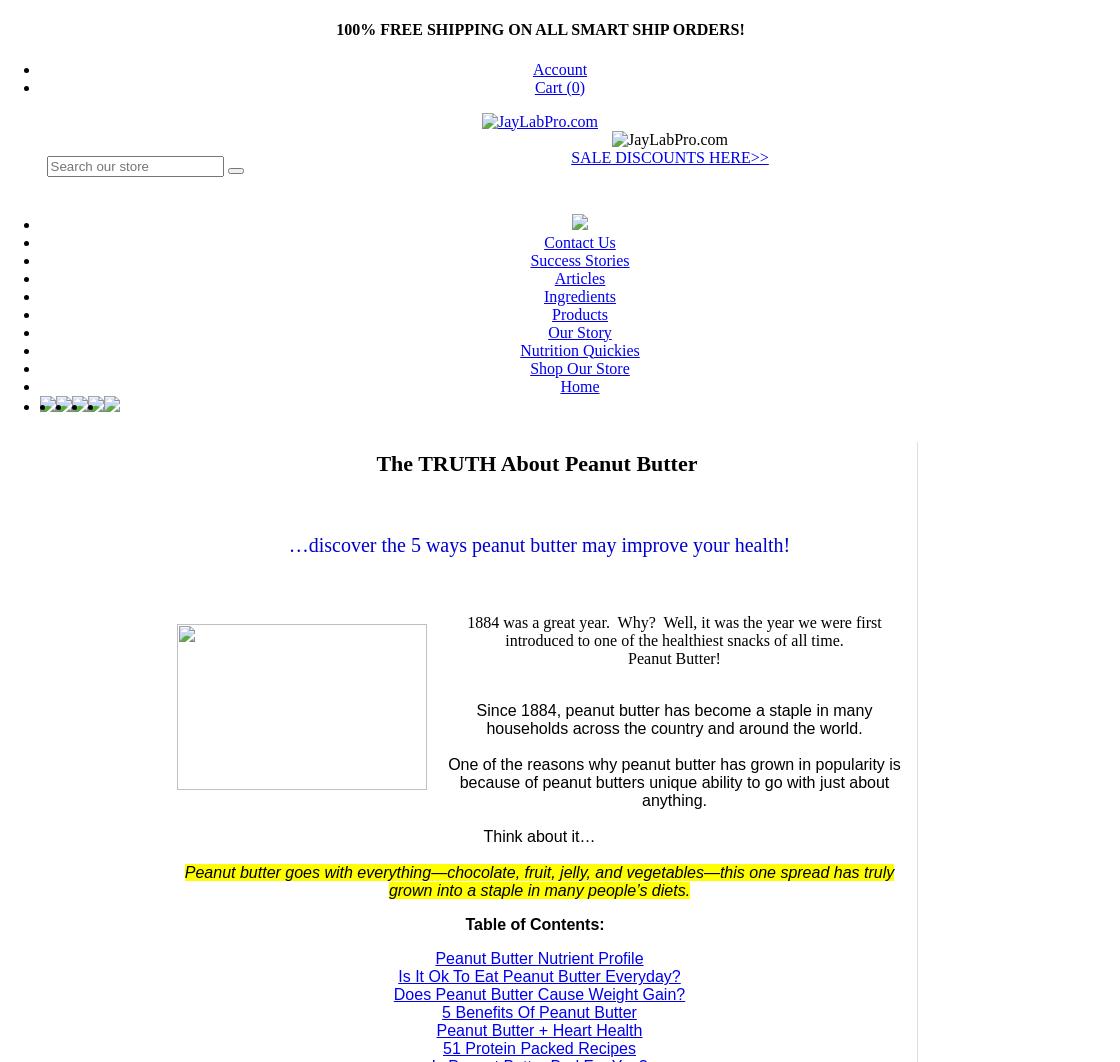 Image resolution: width=1120 pixels, height=1062 pixels. What do you see at coordinates (534, 86) in the screenshot?
I see `'Cart ('` at bounding box center [534, 86].